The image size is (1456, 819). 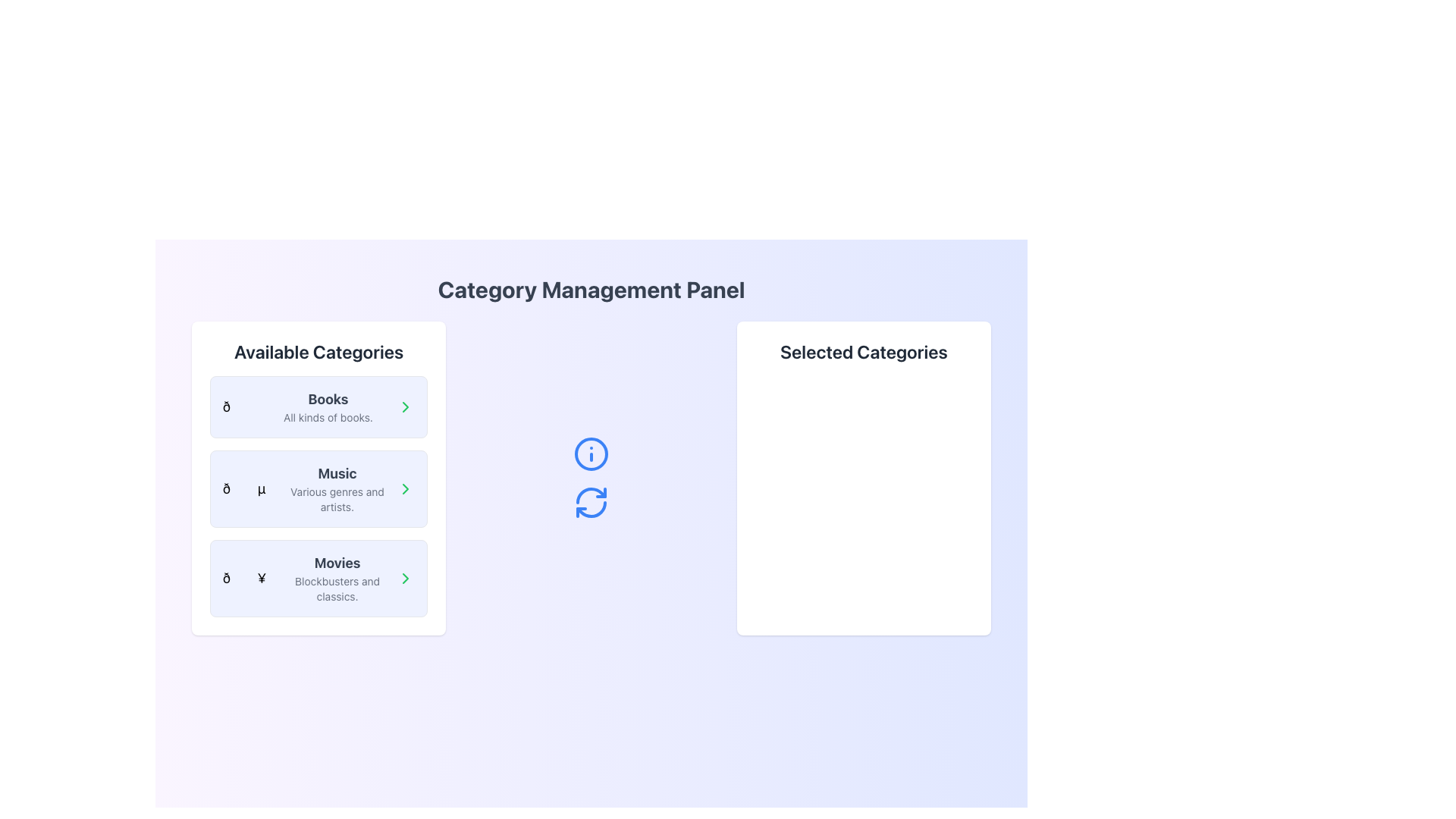 I want to click on the blue circular icon with an 'i' character in the center, which is the first of two vertically stacked icons below the 'Category Management Panel', so click(x=590, y=453).